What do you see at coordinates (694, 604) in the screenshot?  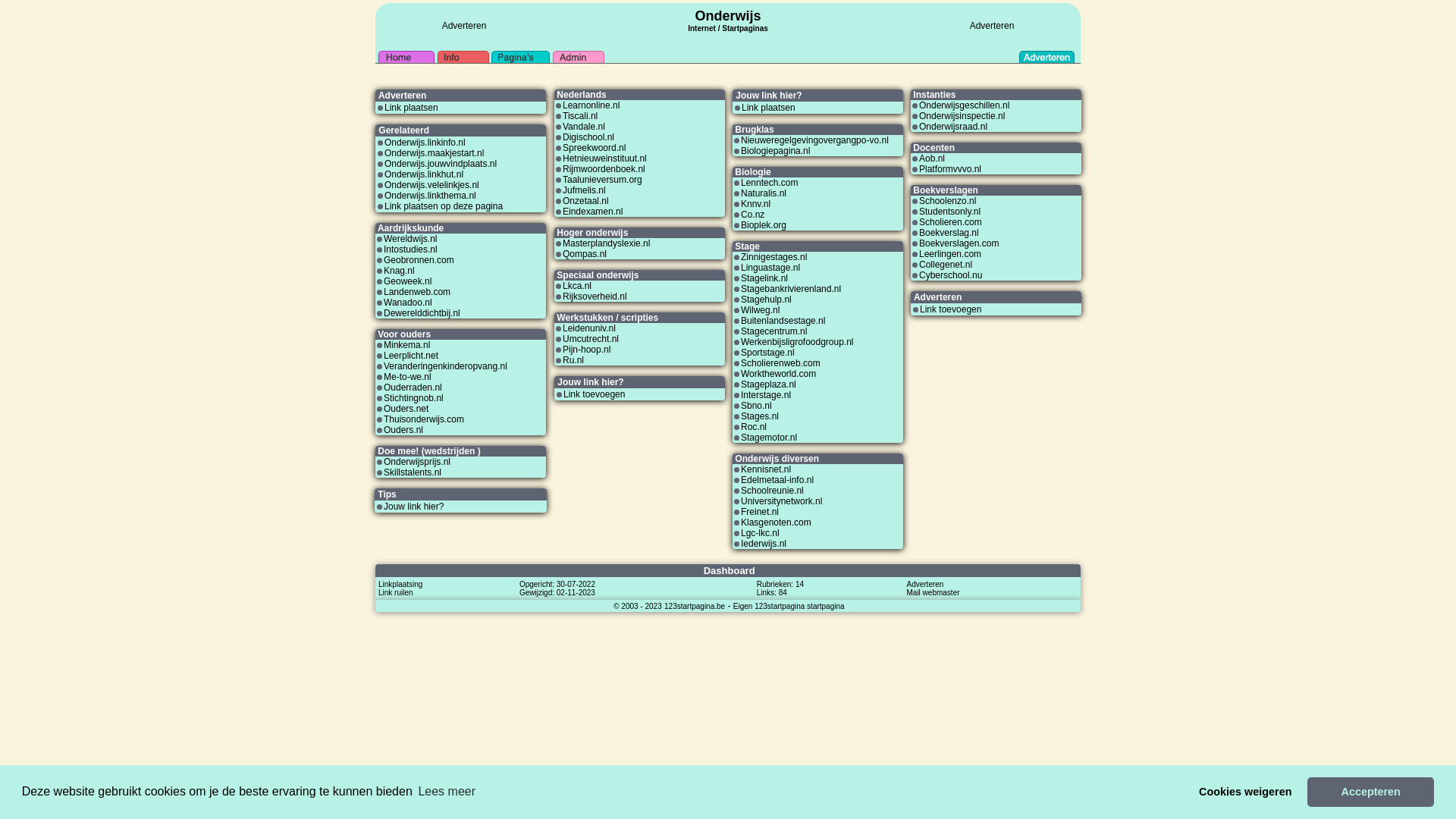 I see `'123startpagina.be'` at bounding box center [694, 604].